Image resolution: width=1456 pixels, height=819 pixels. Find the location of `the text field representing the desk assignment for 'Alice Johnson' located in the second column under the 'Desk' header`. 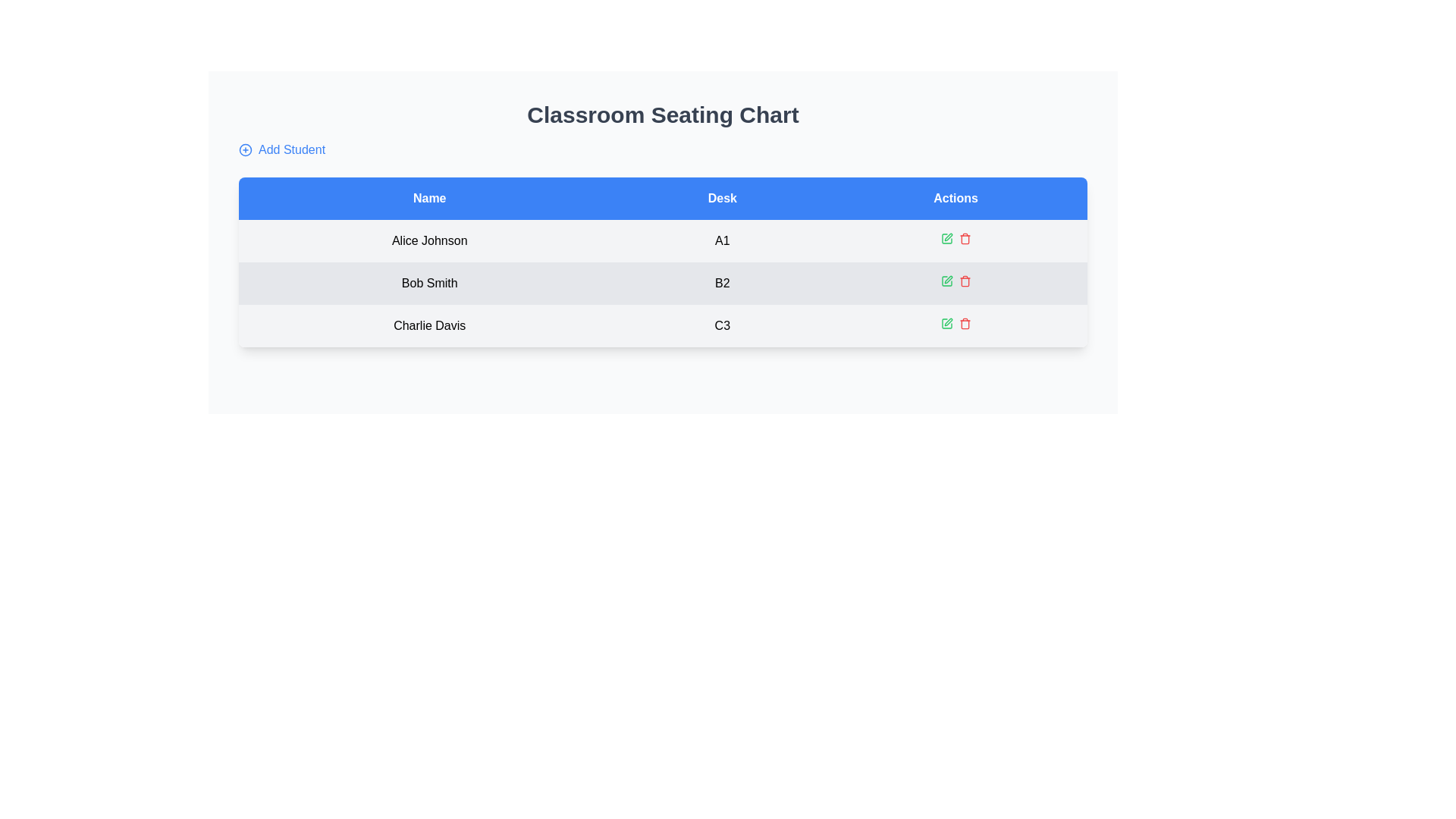

the text field representing the desk assignment for 'Alice Johnson' located in the second column under the 'Desk' header is located at coordinates (721, 240).